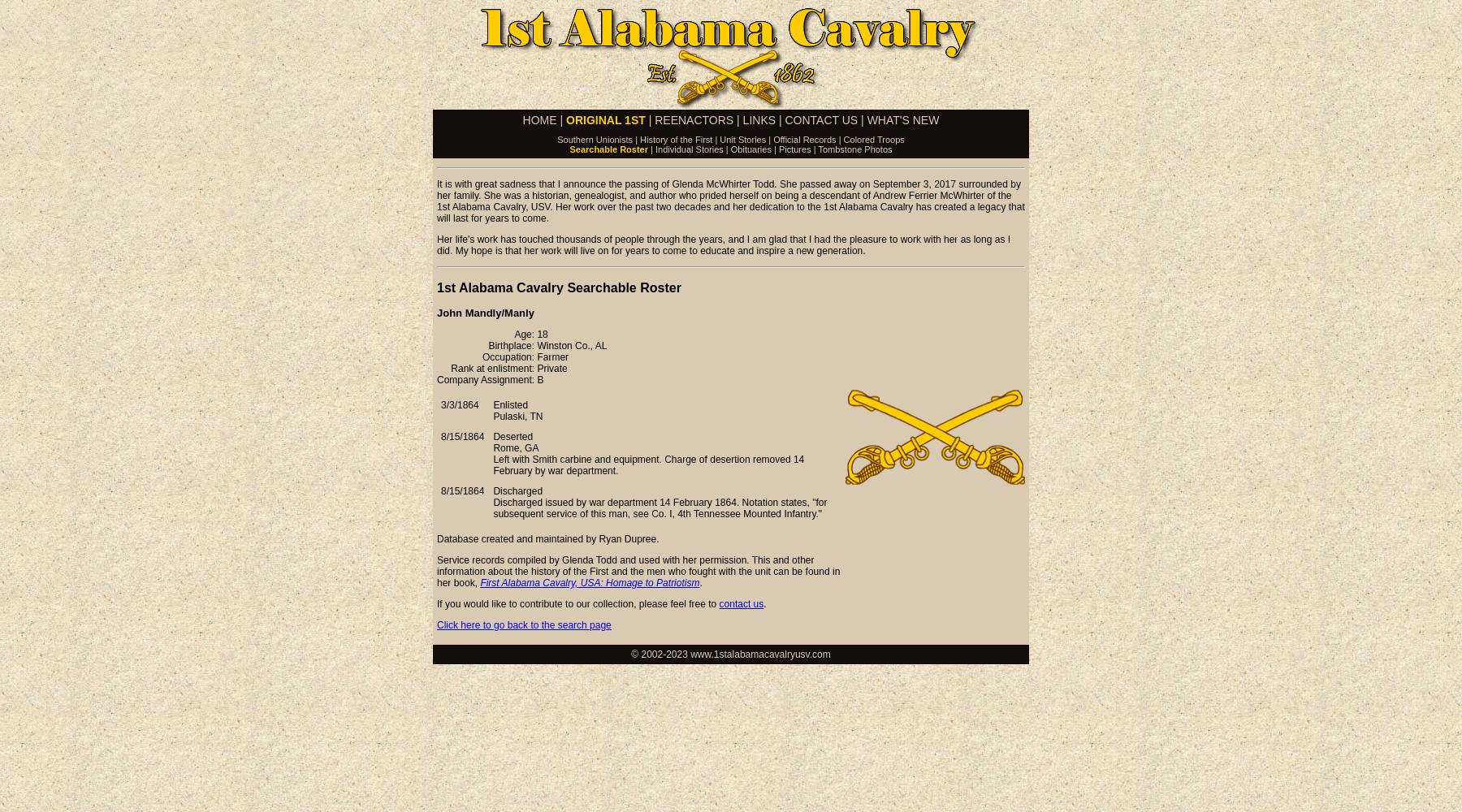 Image resolution: width=1462 pixels, height=812 pixels. Describe the element at coordinates (523, 625) in the screenshot. I see `'Click here to go back to the search page'` at that location.